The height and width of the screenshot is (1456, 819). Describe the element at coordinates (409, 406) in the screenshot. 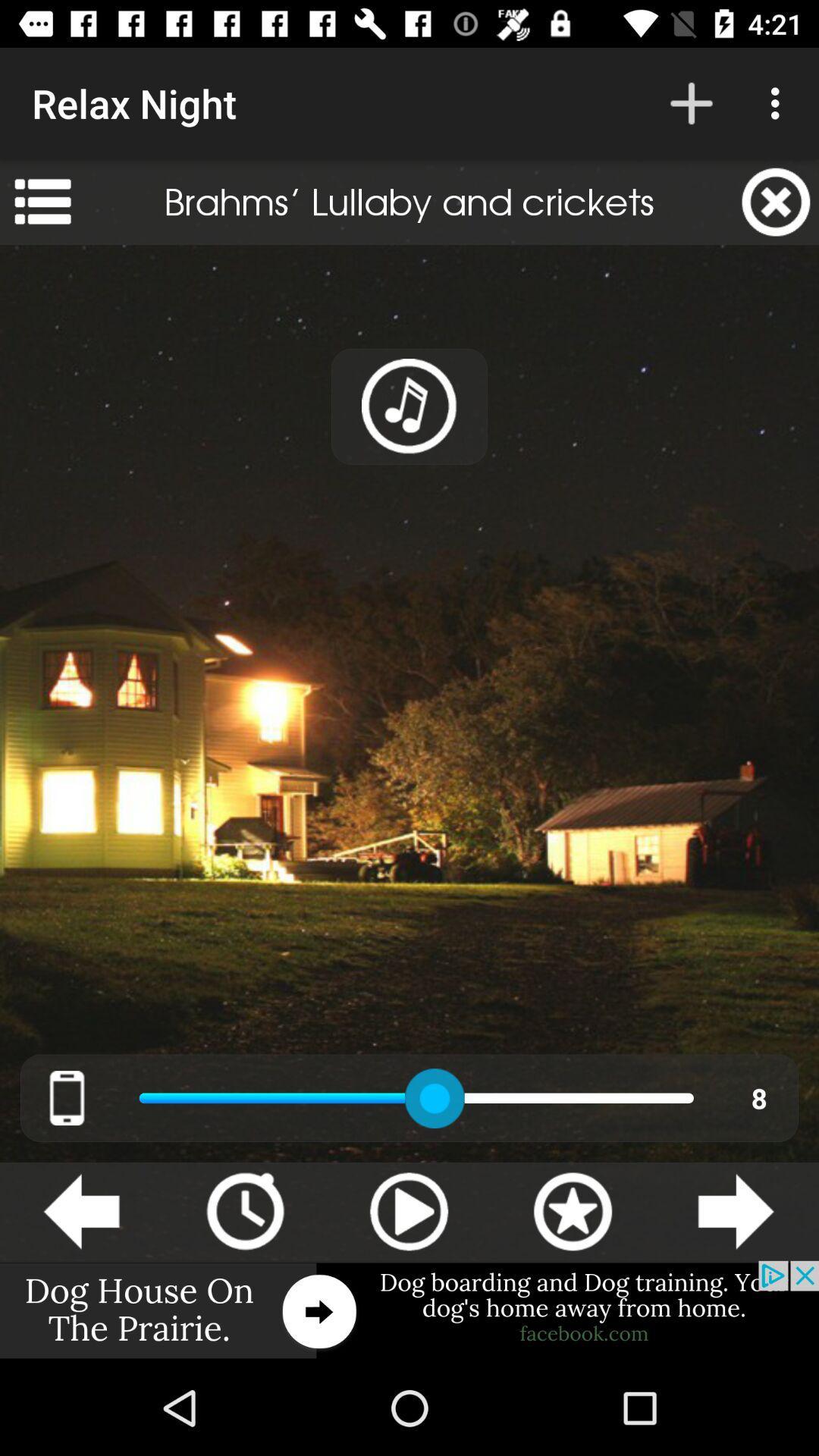

I see `the music icon` at that location.